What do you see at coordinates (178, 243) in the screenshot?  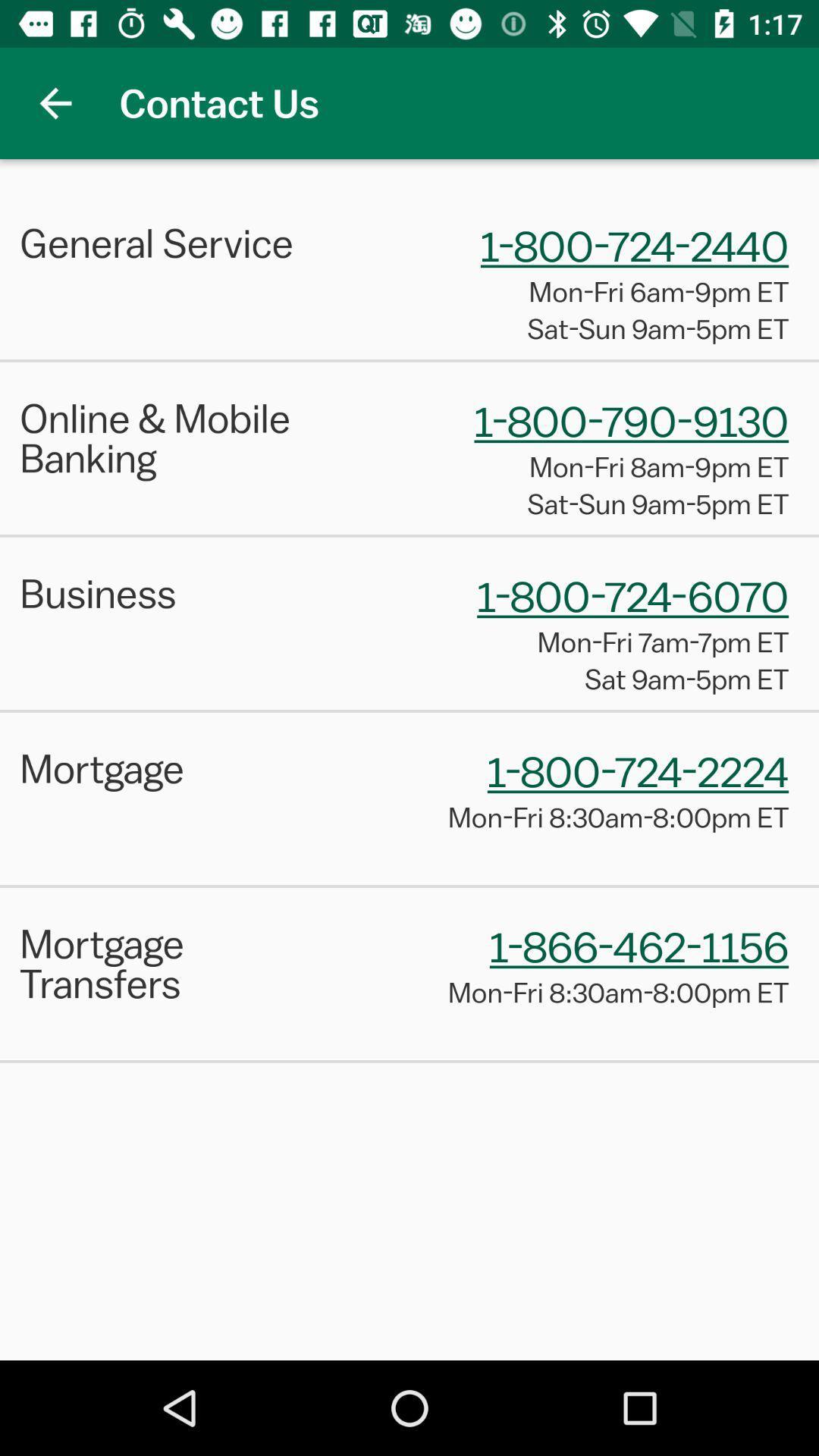 I see `item to the left of the 1 800 724 icon` at bounding box center [178, 243].